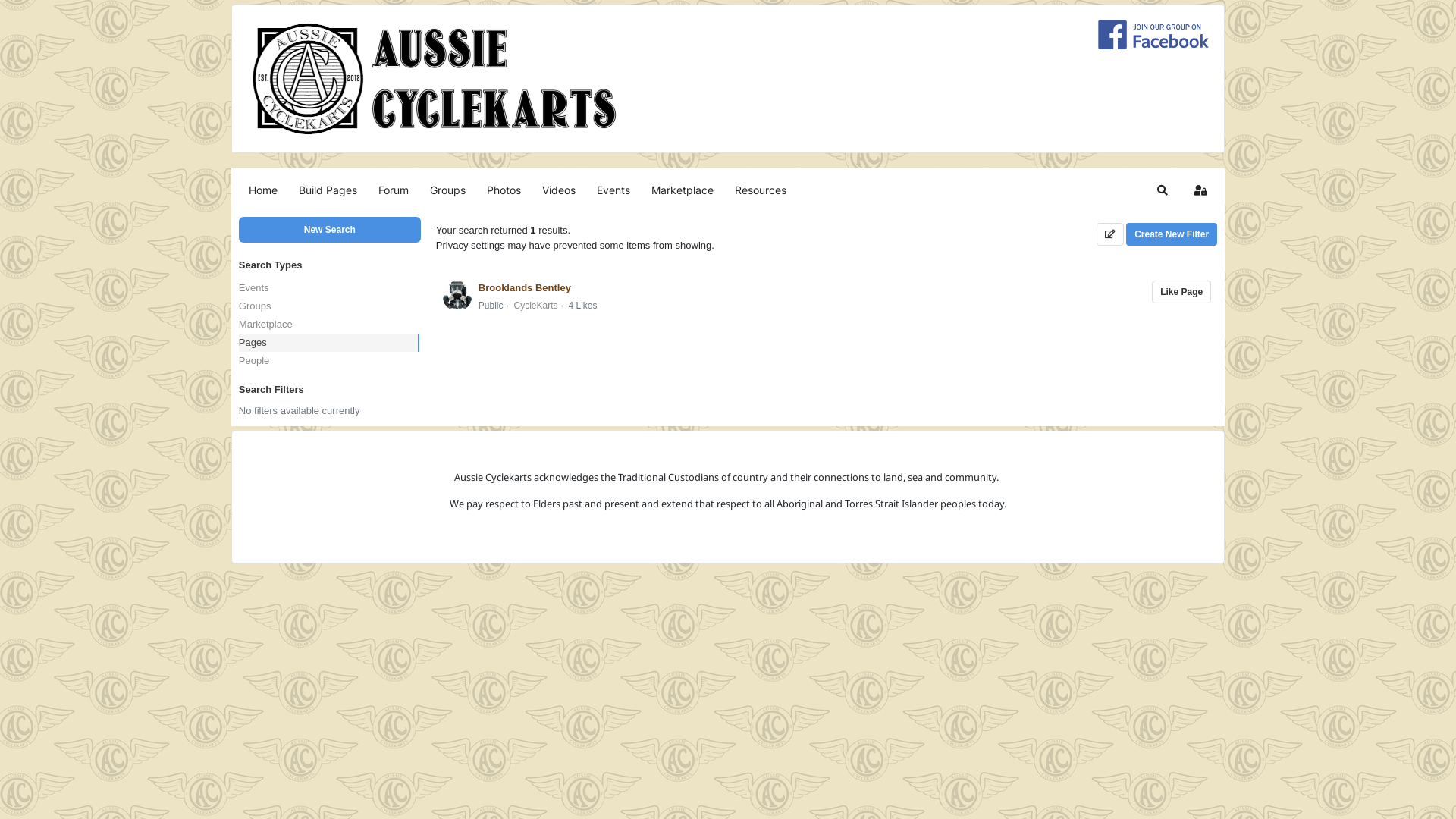 This screenshot has width=1456, height=819. I want to click on 'People', so click(238, 360).